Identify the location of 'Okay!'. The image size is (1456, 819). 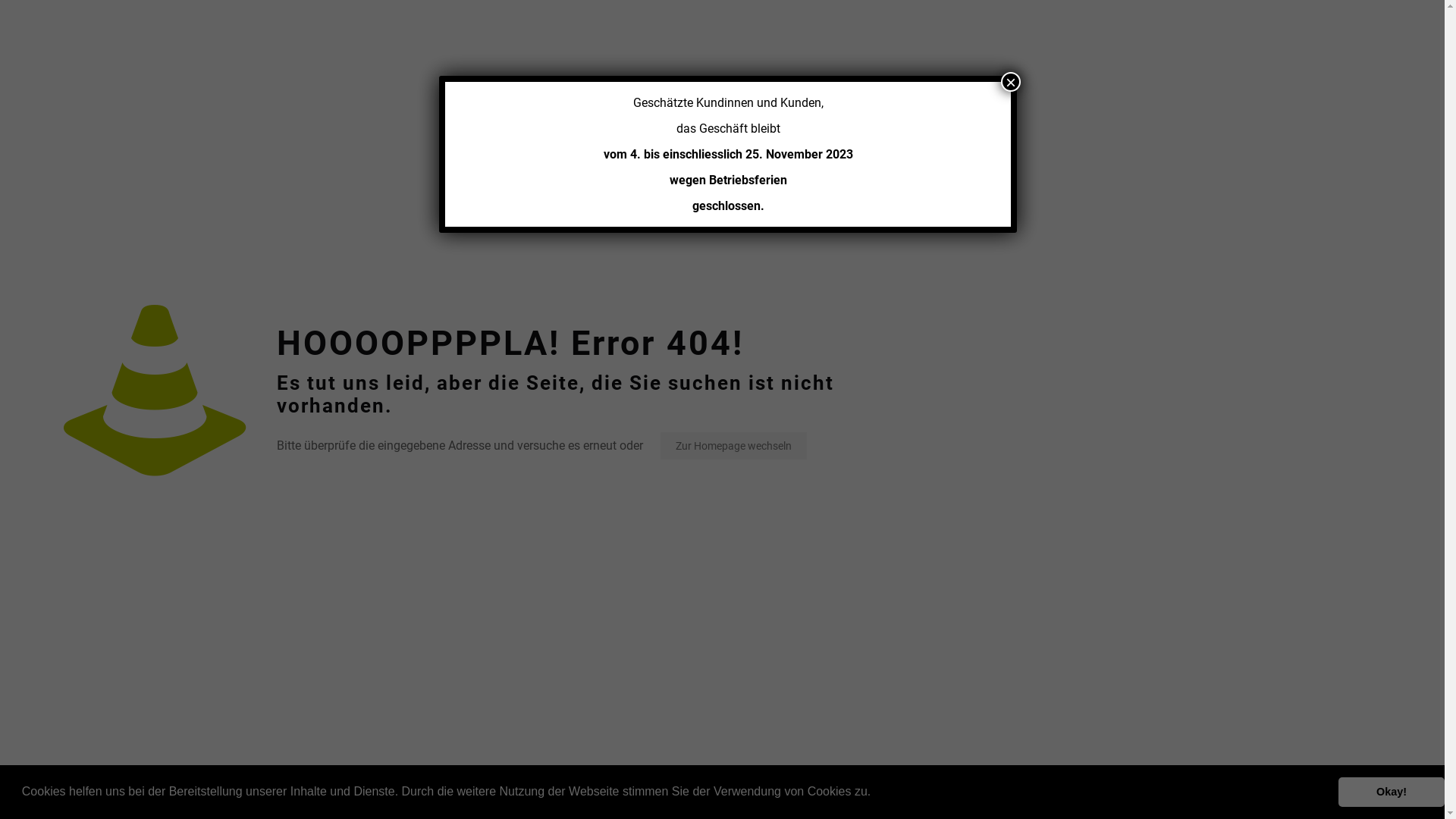
(1391, 791).